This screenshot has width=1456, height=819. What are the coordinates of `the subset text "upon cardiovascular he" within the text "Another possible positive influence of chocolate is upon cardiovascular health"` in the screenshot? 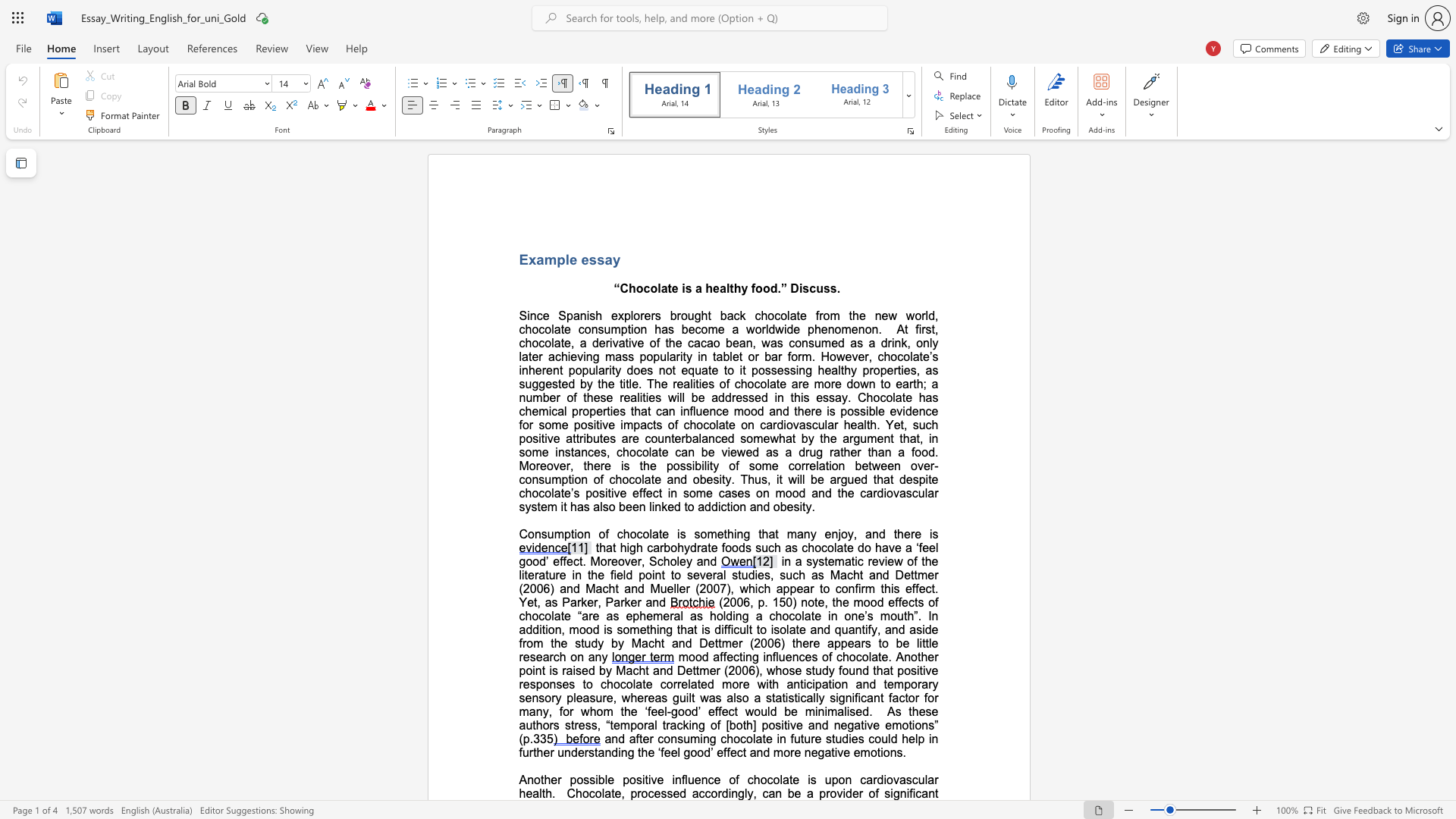 It's located at (824, 780).